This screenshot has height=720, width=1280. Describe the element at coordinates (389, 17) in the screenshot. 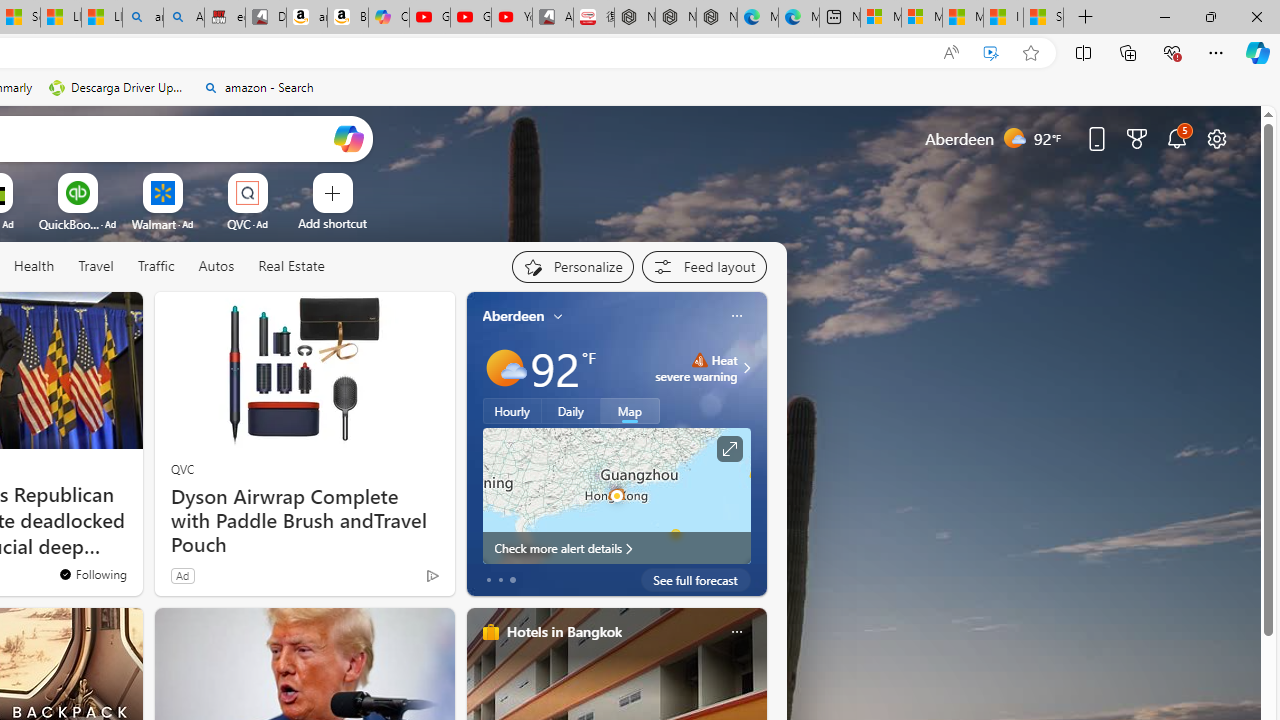

I see `'Copilot'` at that location.